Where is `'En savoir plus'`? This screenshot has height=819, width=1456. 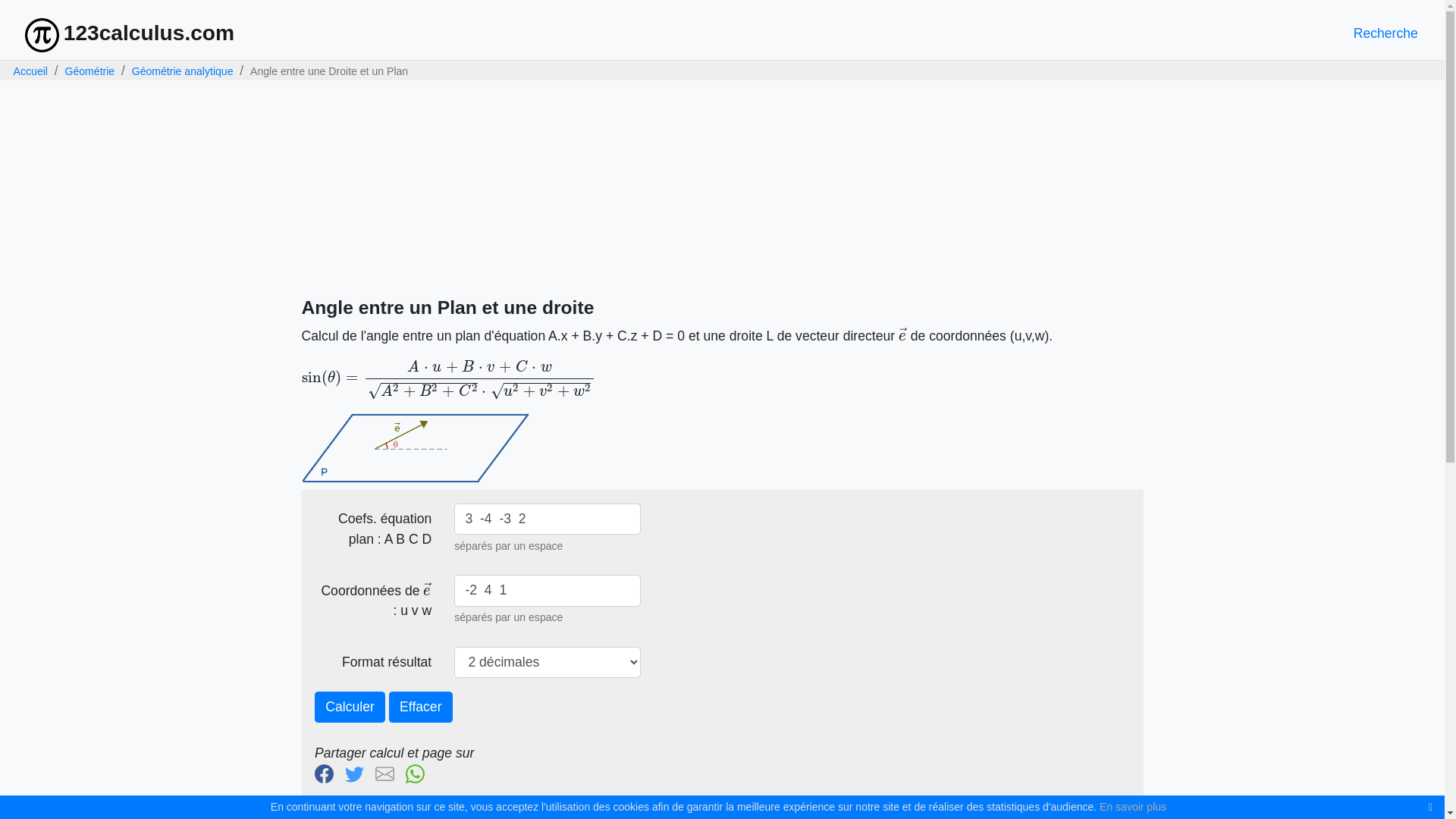 'En savoir plus' is located at coordinates (1099, 806).